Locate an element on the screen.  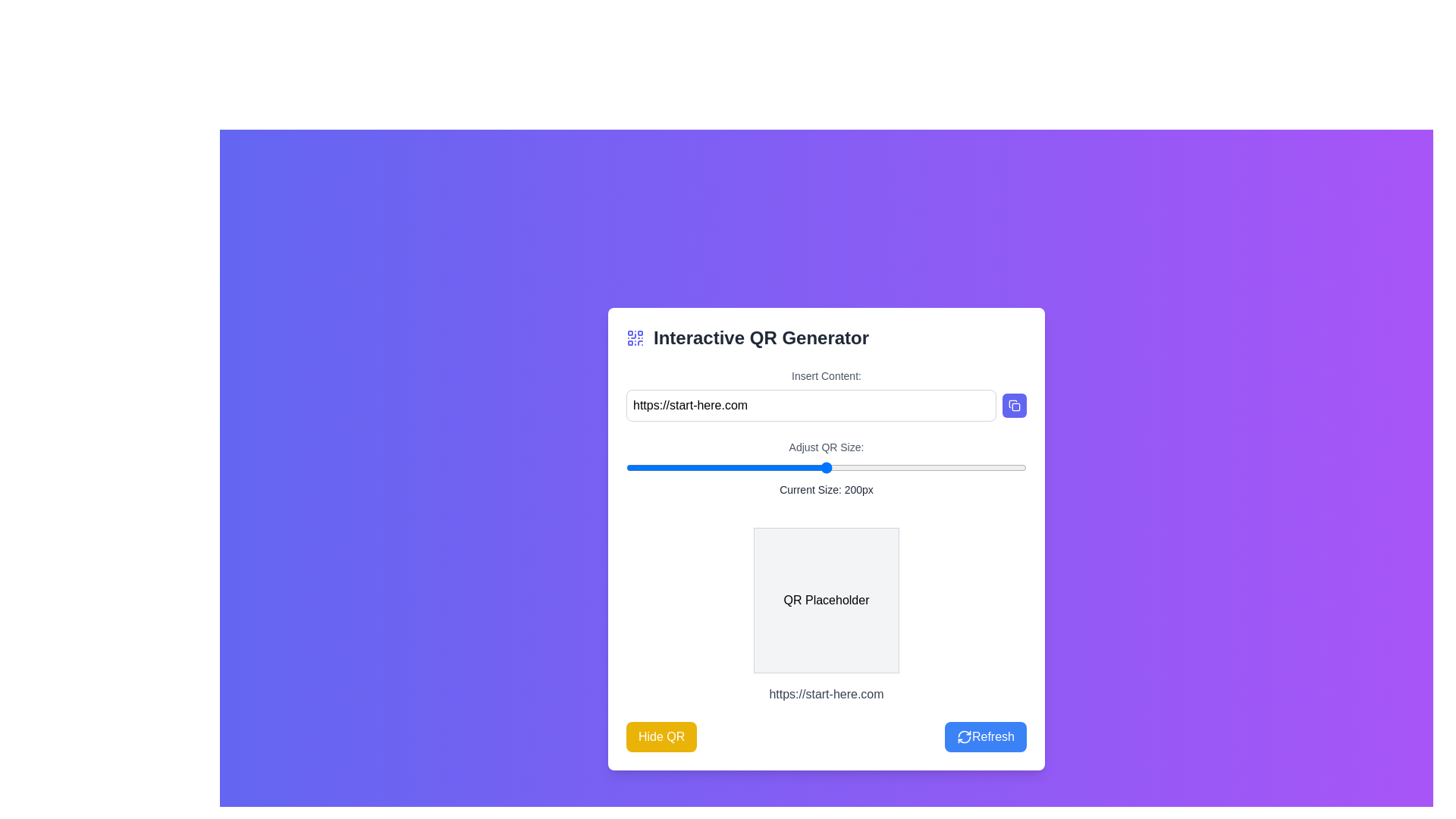
the 'Refresh' button, which has a blue background, rounded corners, and features the text 'Refresh' in white with a circular arrow icon on its left side, located near the bottom-right corner of the white panel is located at coordinates (986, 736).